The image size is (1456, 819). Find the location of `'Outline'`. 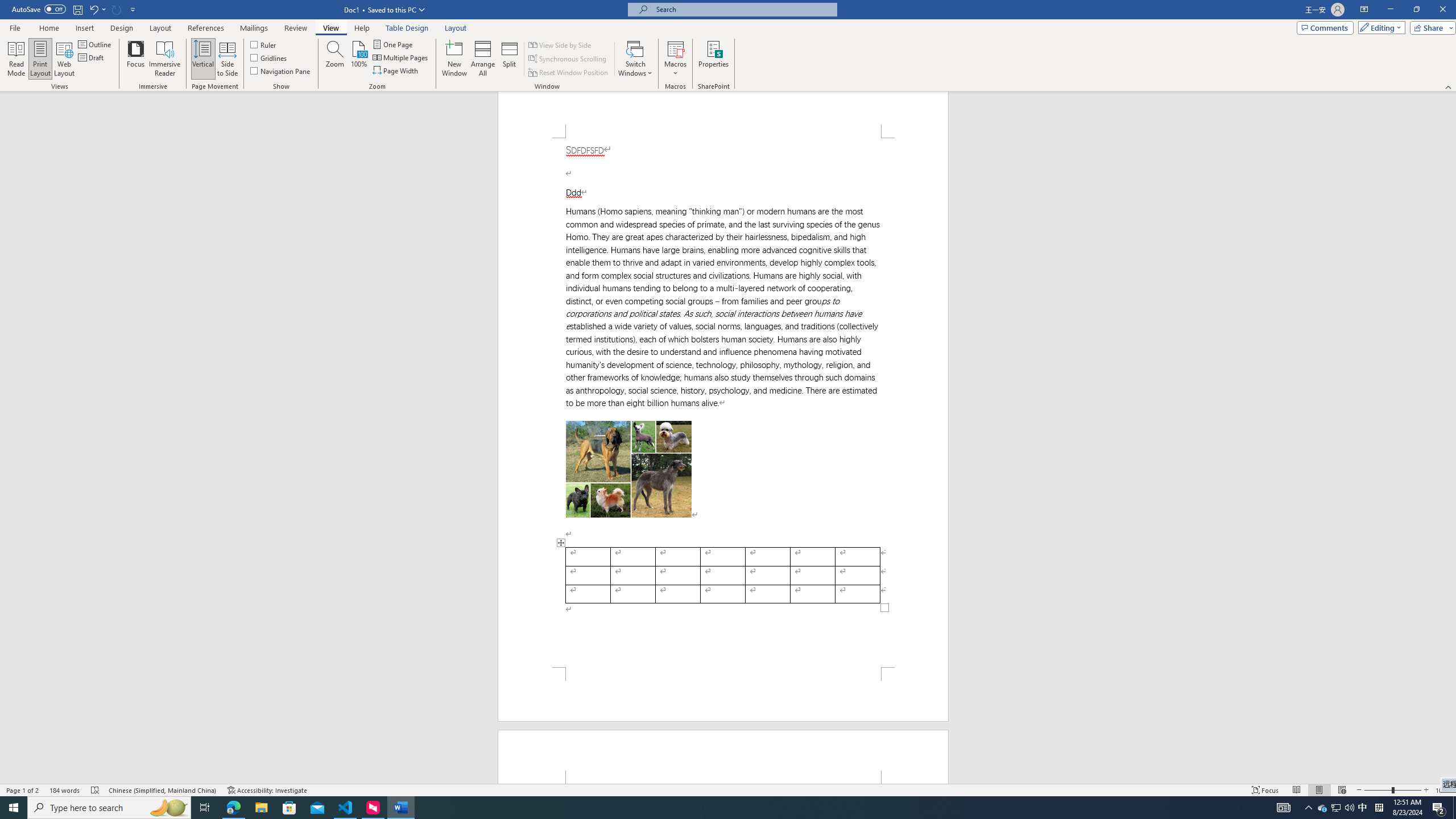

'Outline' is located at coordinates (95, 44).